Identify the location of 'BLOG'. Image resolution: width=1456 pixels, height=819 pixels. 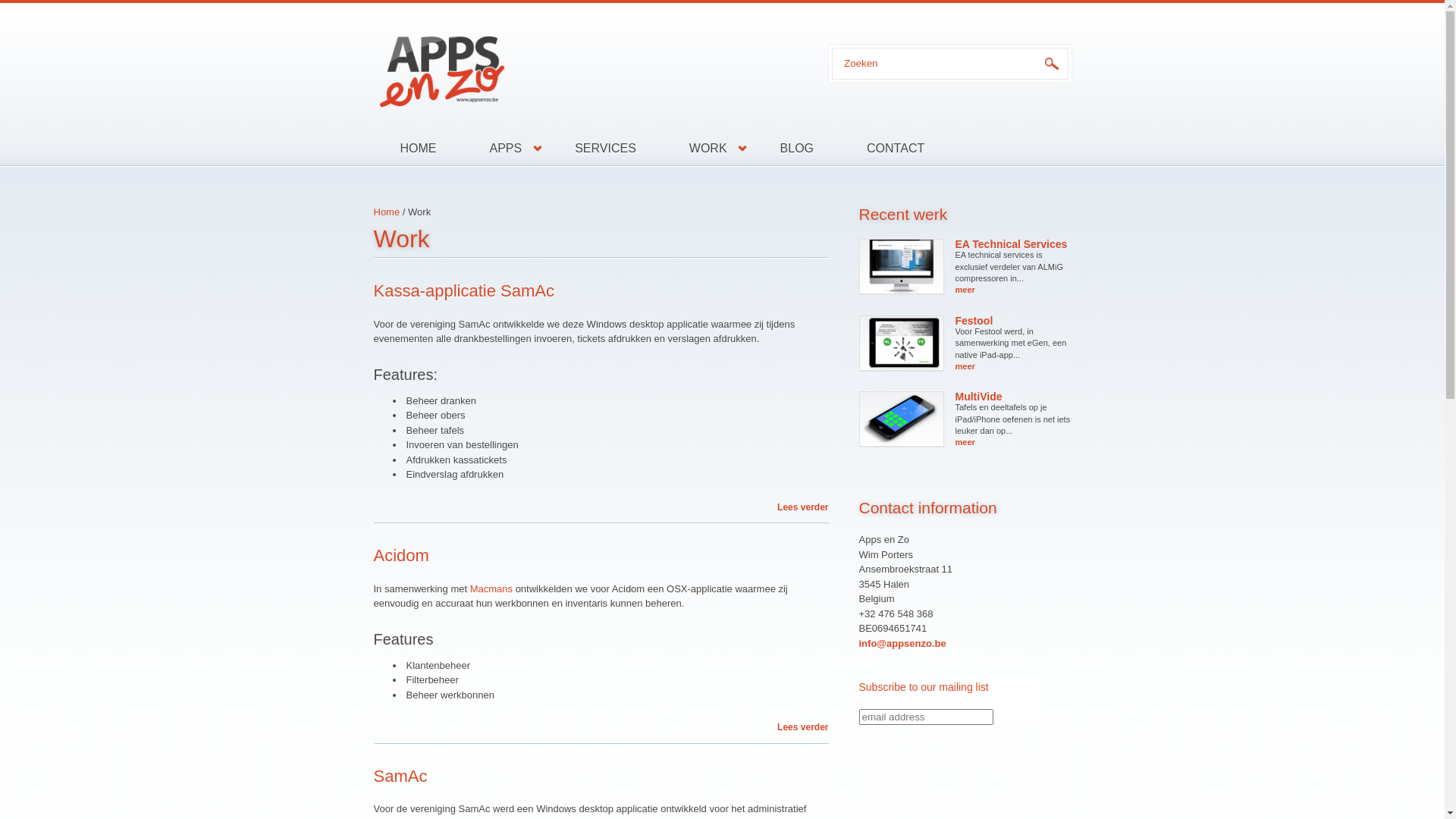
(796, 149).